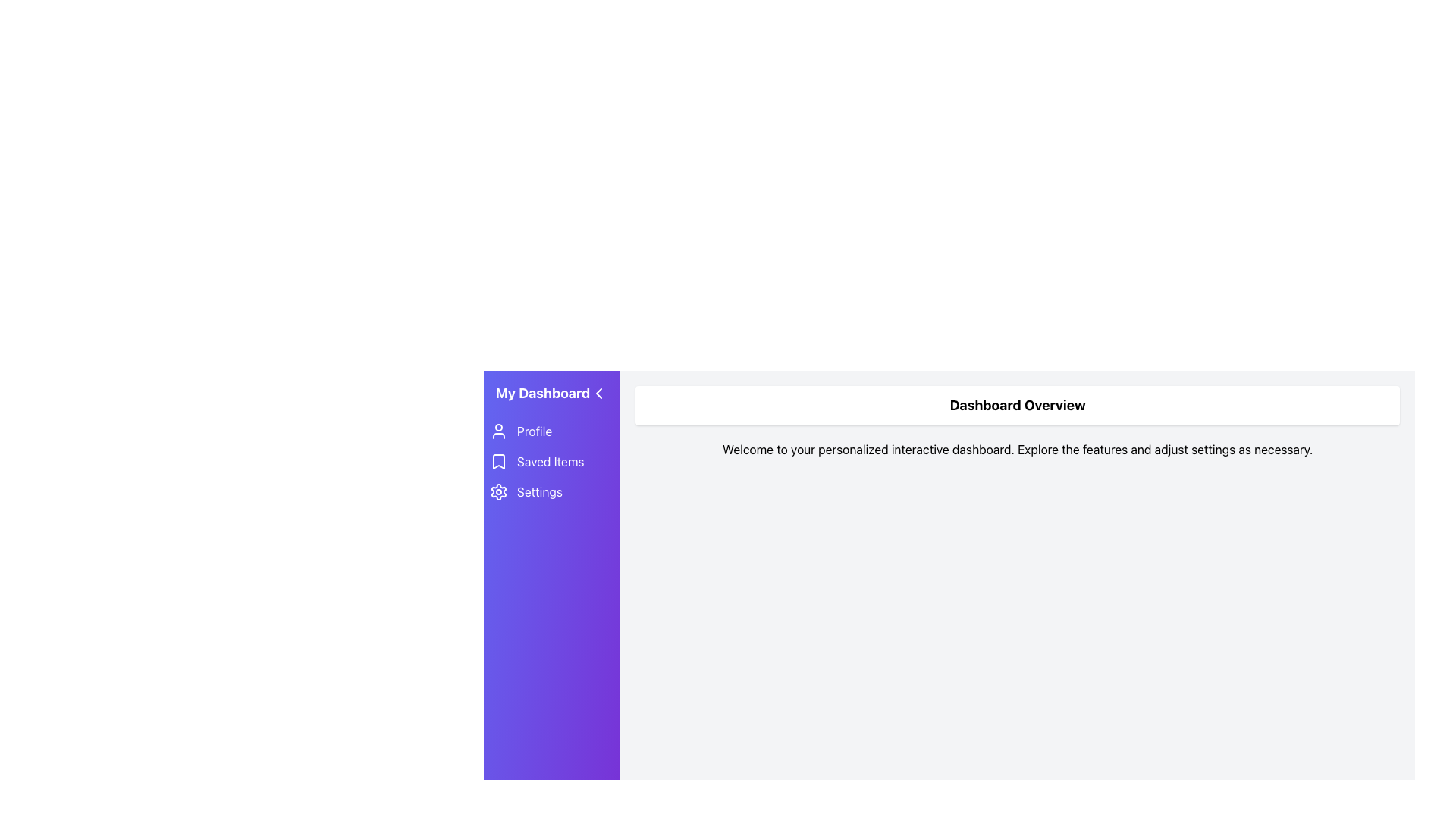 The height and width of the screenshot is (819, 1456). I want to click on the decorative icon representing the 'Saved Items' feature in the vertical menu, so click(498, 461).